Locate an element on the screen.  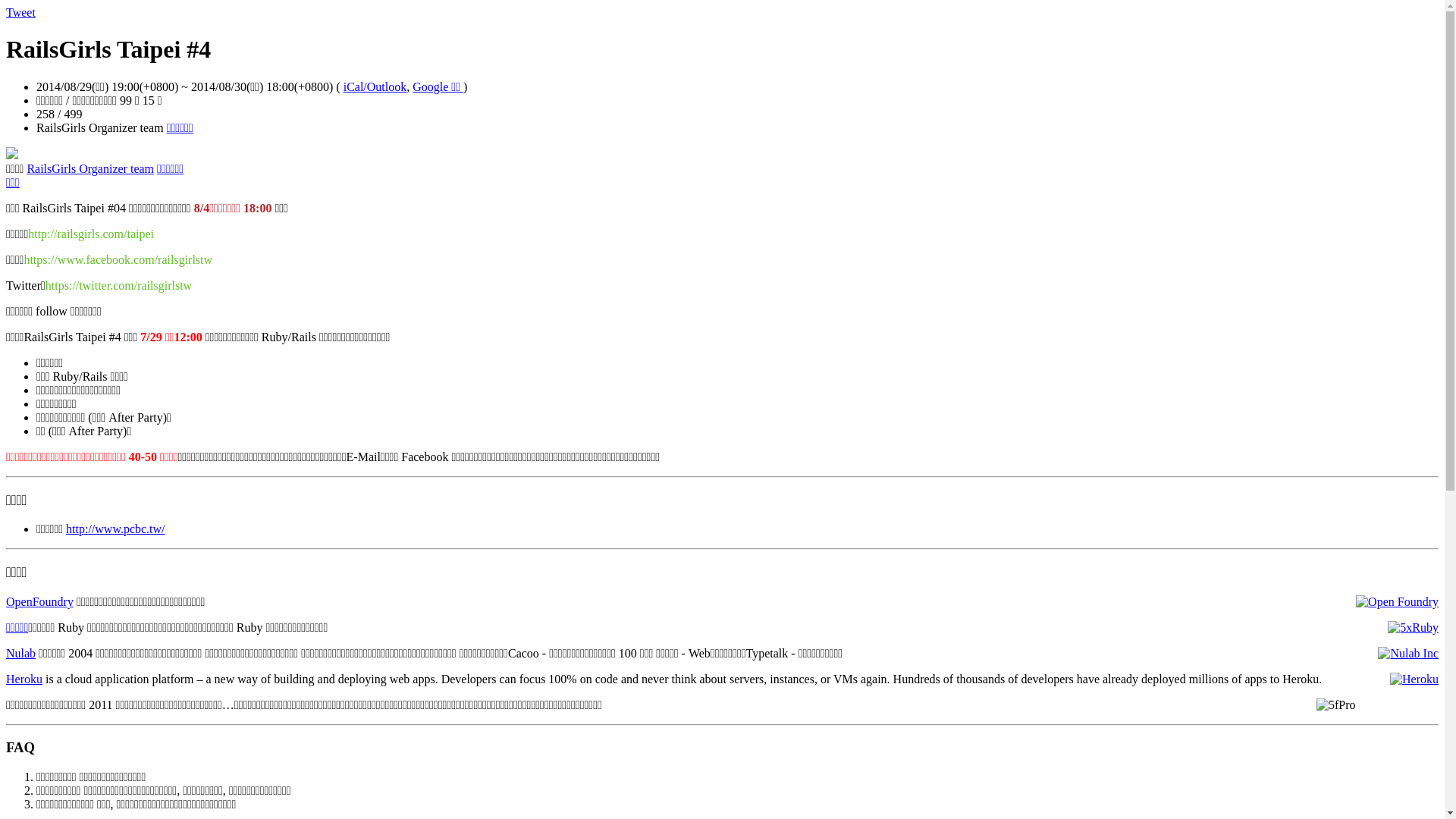
'https://twitter.com/railsgirlstw' is located at coordinates (118, 285).